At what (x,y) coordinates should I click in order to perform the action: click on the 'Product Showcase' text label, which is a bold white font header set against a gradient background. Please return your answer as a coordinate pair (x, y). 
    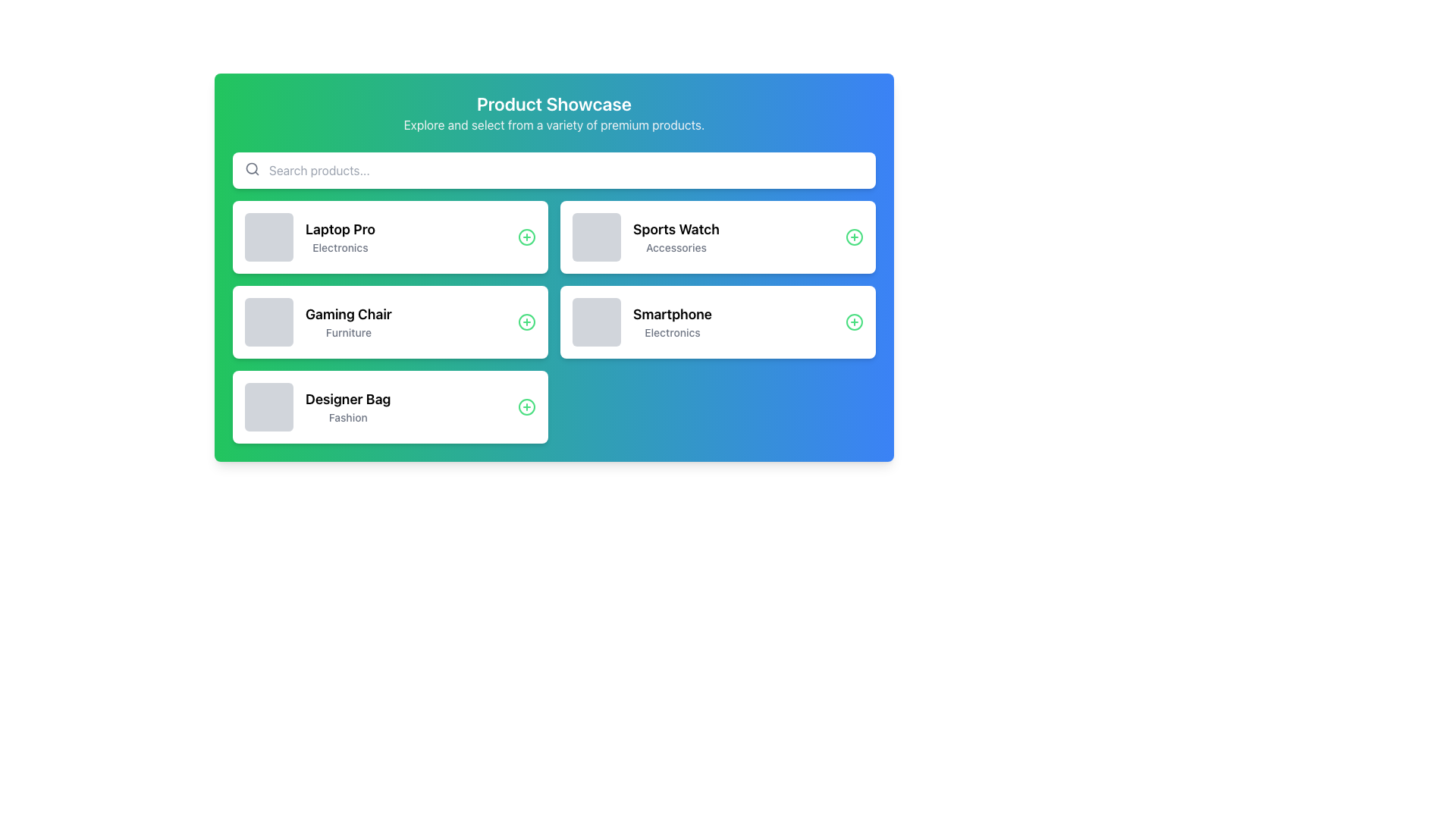
    Looking at the image, I should click on (553, 103).